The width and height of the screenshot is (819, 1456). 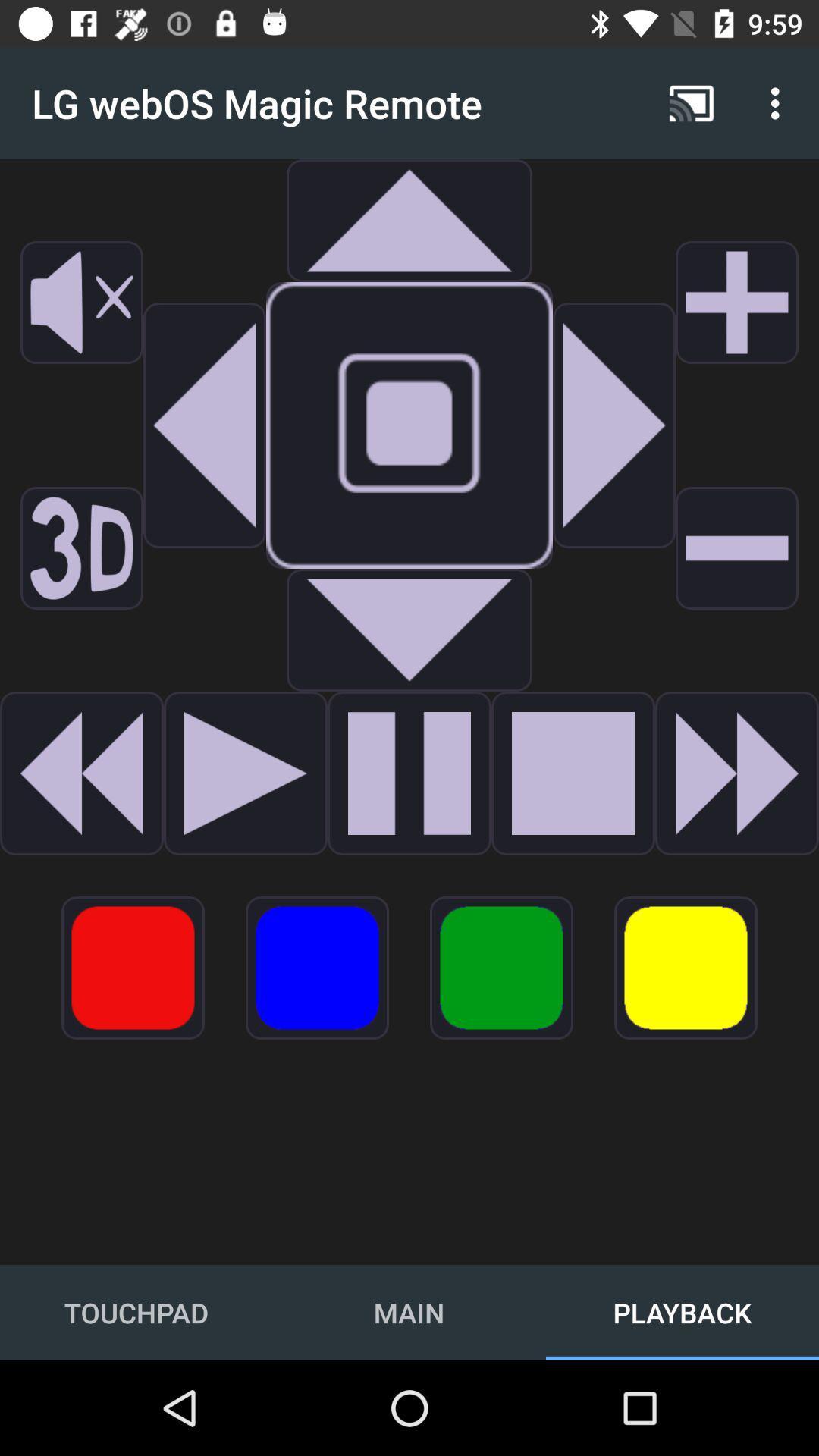 I want to click on play, so click(x=409, y=773).